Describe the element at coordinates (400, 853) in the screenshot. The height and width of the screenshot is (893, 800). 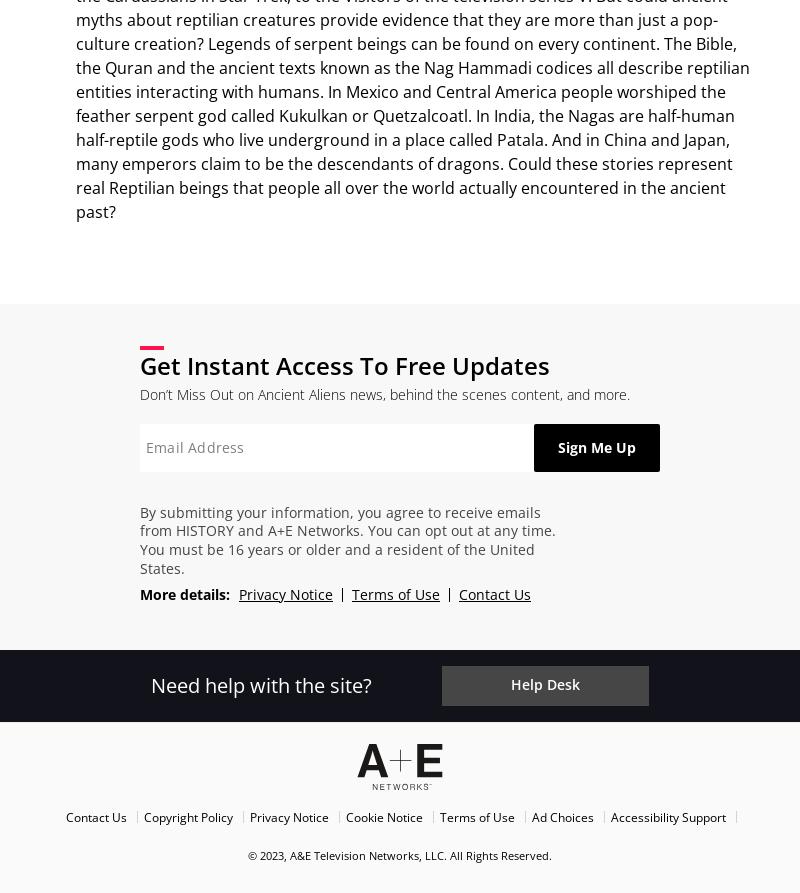
I see `'© 2023, A&E Television Networks, LLC. All Rights Reserved.'` at that location.